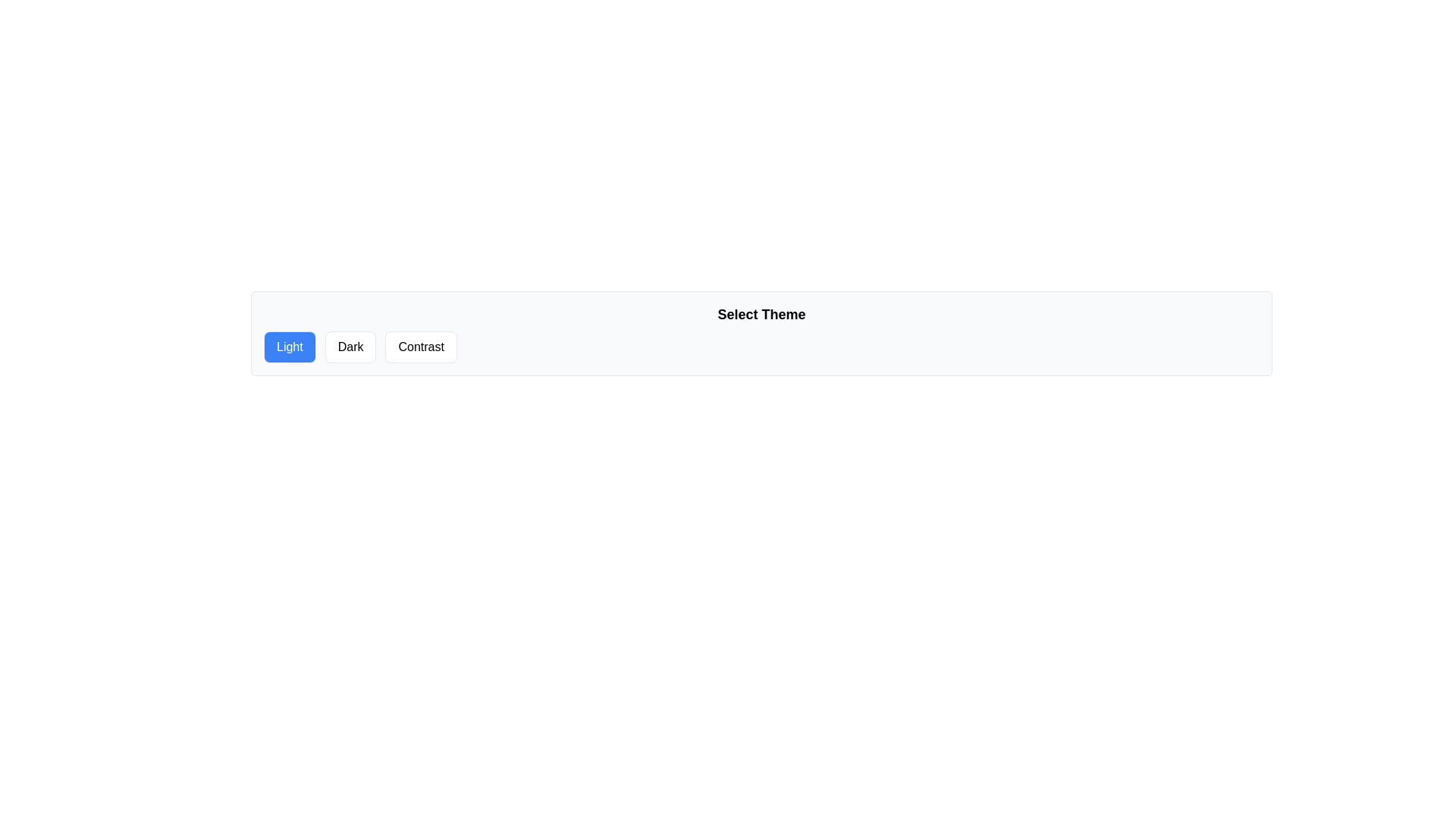 This screenshot has height=819, width=1456. Describe the element at coordinates (290, 347) in the screenshot. I see `the leftmost button` at that location.